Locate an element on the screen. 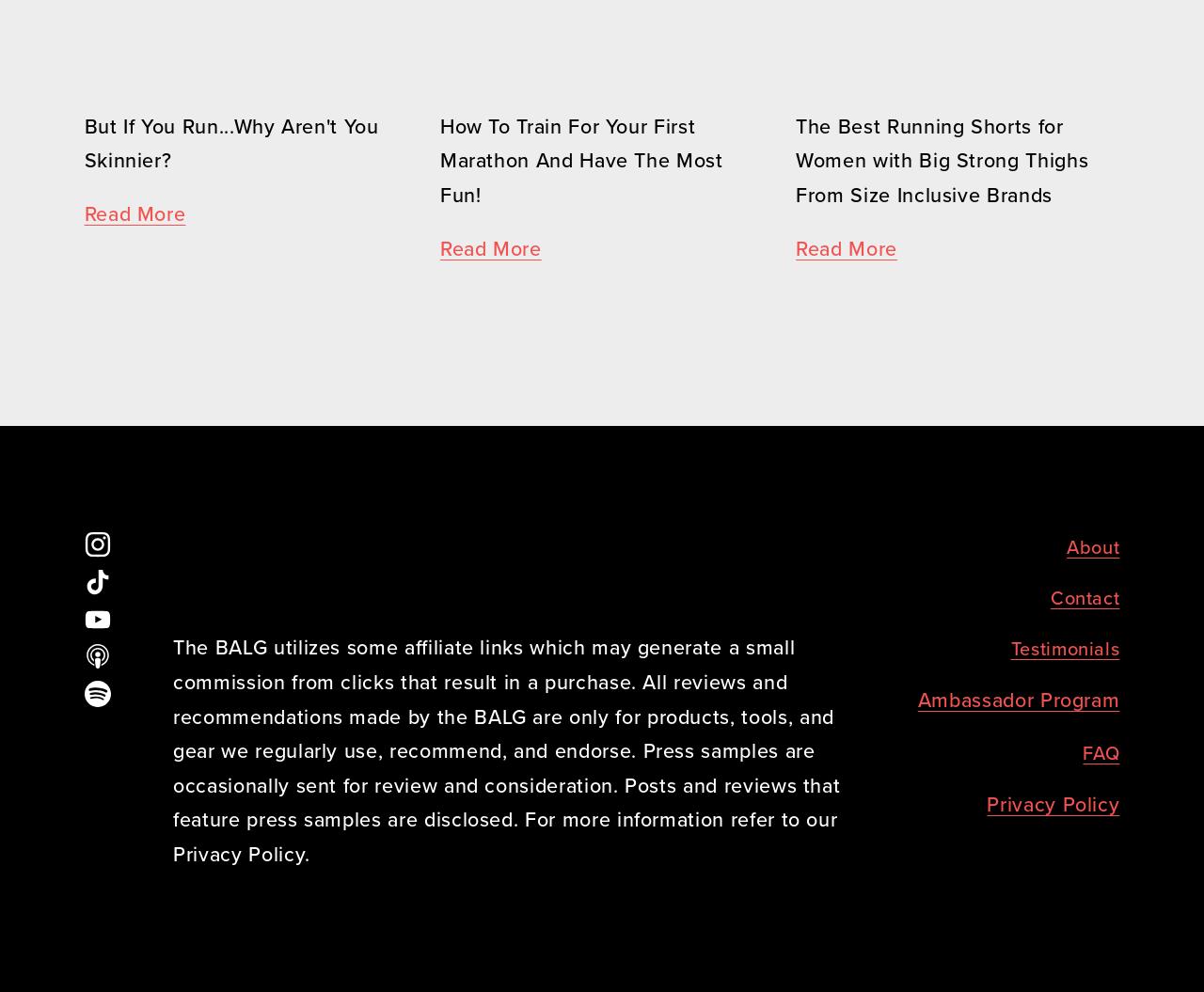 Image resolution: width=1204 pixels, height=992 pixels. 'The Best Running Shorts for Women with Big Strong Thighs From Size Inclusive Brands' is located at coordinates (795, 160).